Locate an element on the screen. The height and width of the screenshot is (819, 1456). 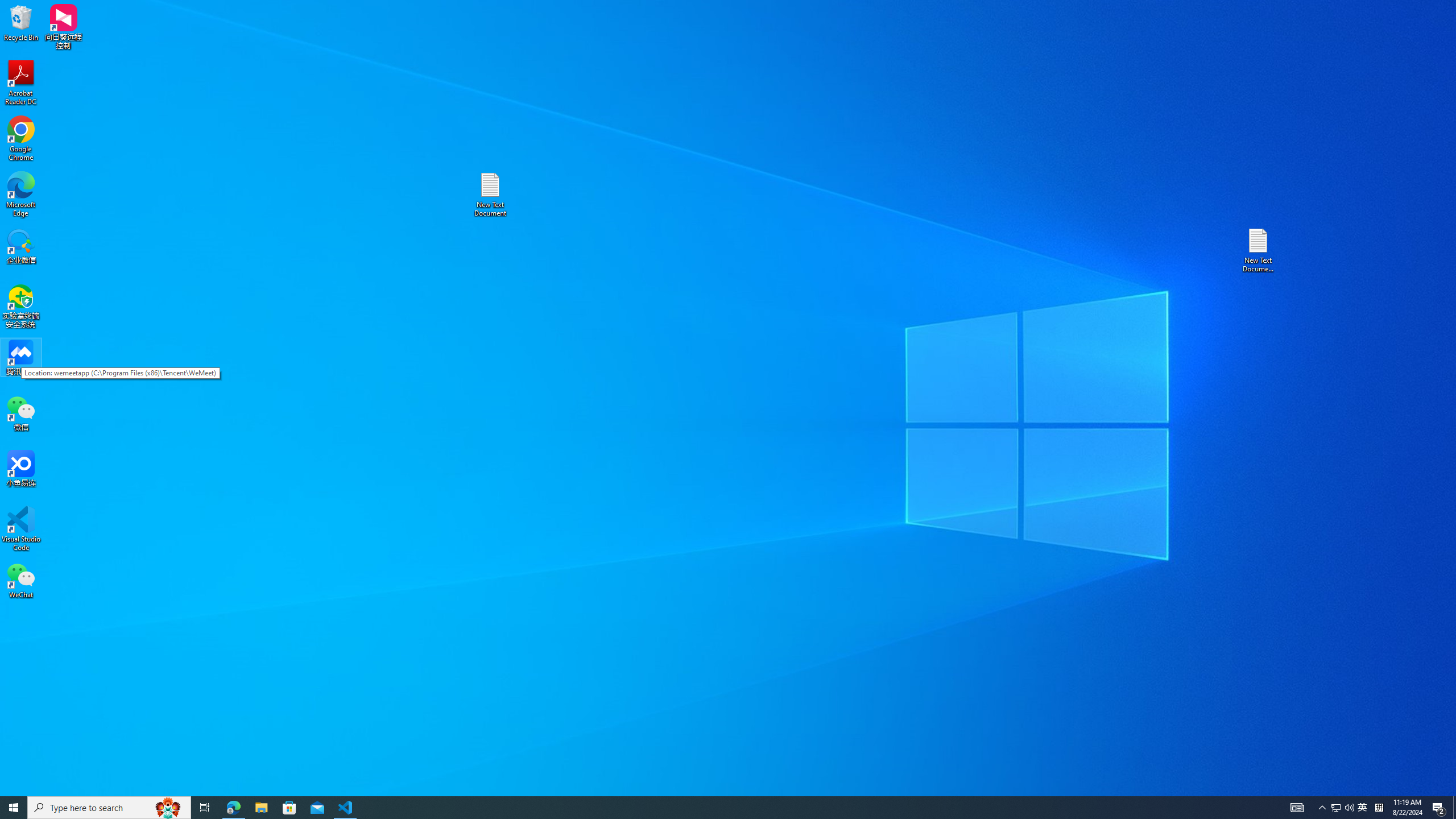
'Microsoft Edge' is located at coordinates (20, 194).